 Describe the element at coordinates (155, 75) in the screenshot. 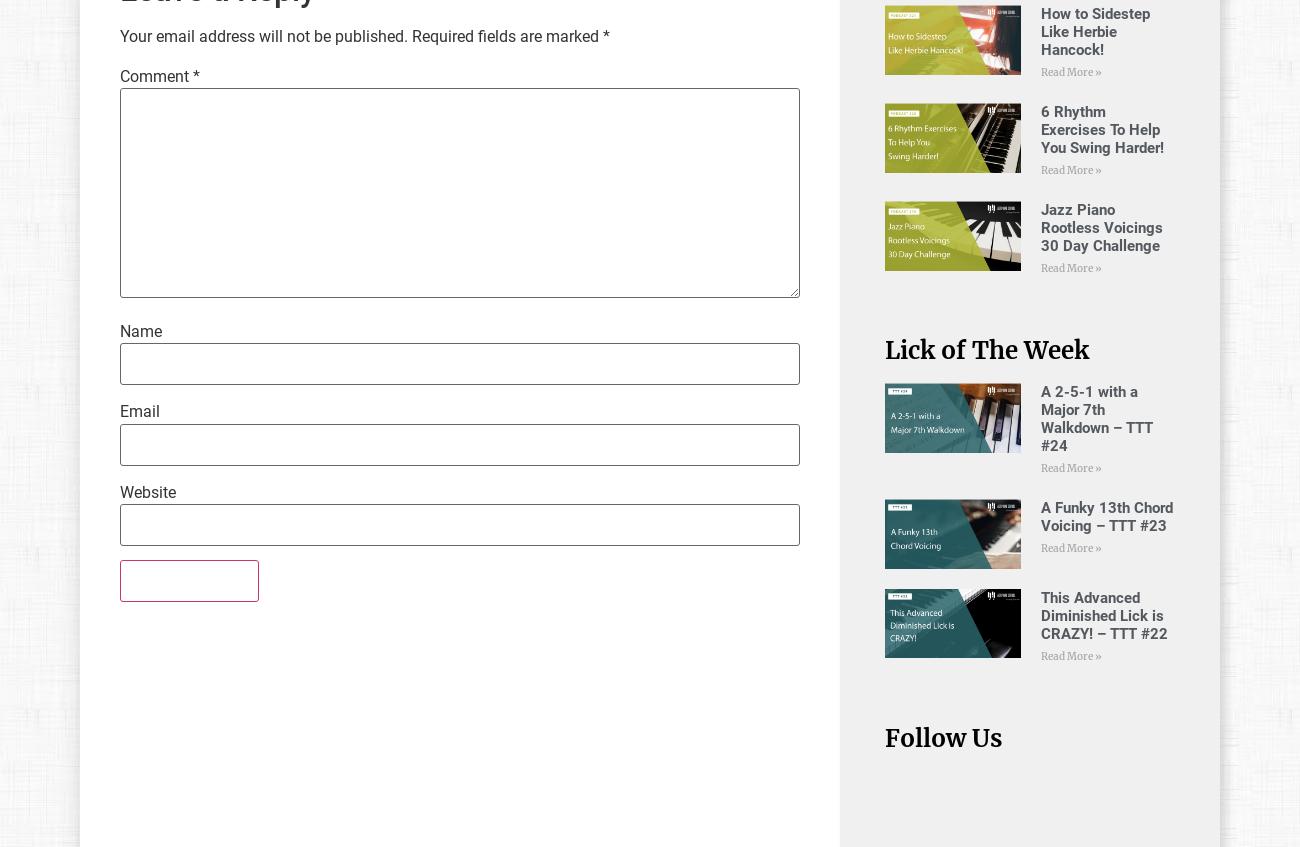

I see `'Comment'` at that location.